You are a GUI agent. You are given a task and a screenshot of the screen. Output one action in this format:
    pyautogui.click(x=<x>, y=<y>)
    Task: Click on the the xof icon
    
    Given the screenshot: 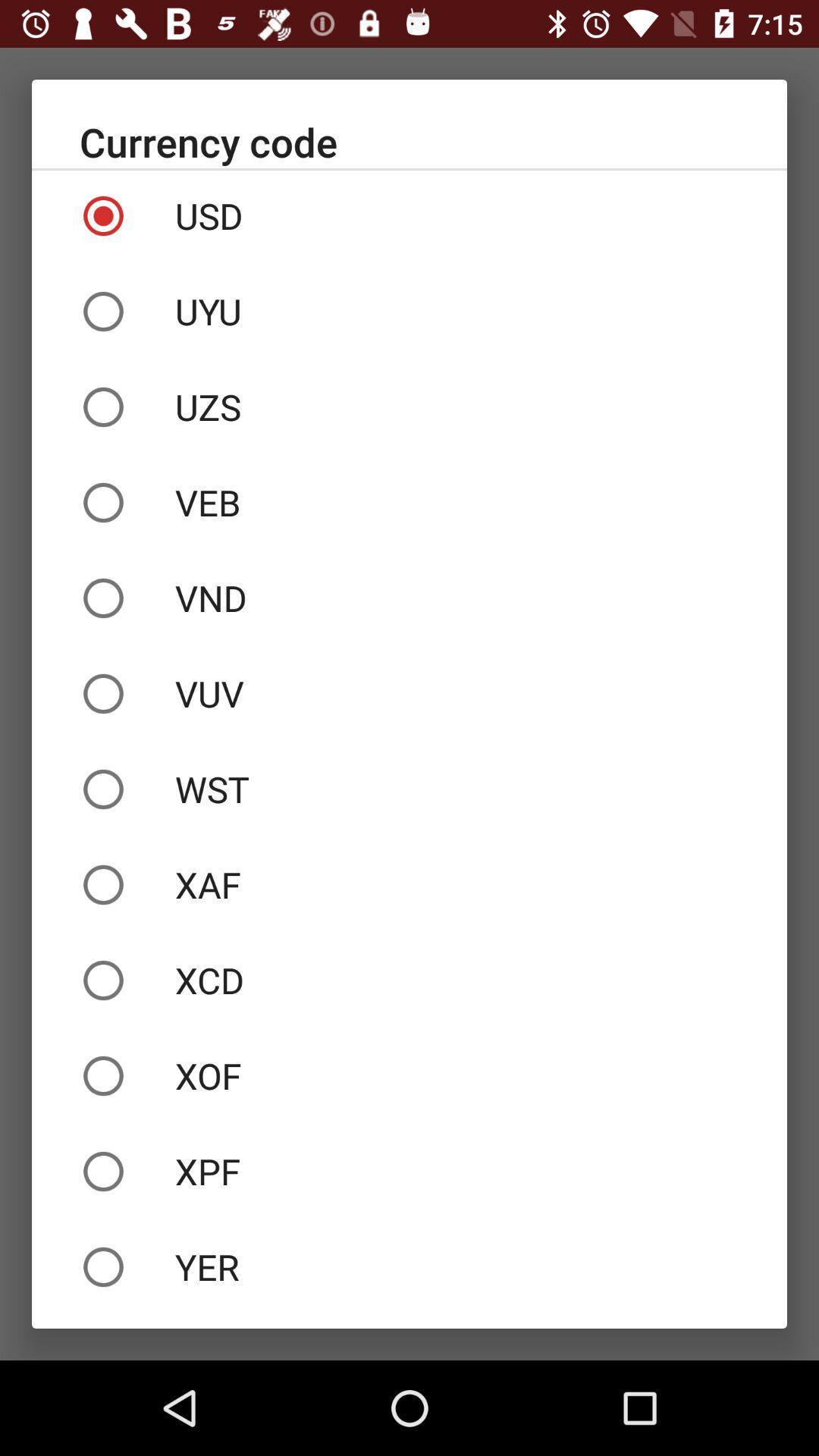 What is the action you would take?
    pyautogui.click(x=409, y=1075)
    